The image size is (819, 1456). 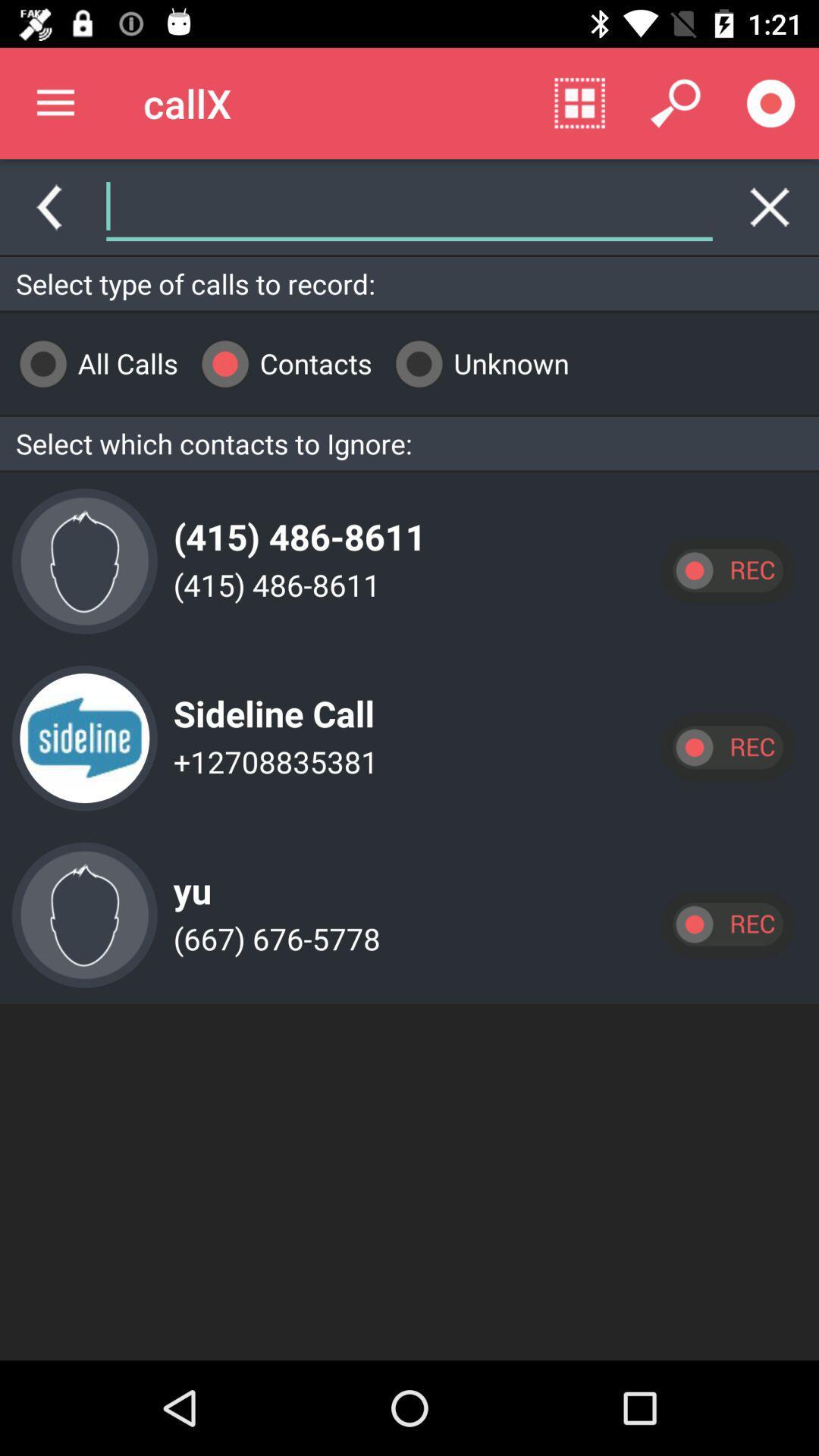 I want to click on starts recording, so click(x=771, y=102).